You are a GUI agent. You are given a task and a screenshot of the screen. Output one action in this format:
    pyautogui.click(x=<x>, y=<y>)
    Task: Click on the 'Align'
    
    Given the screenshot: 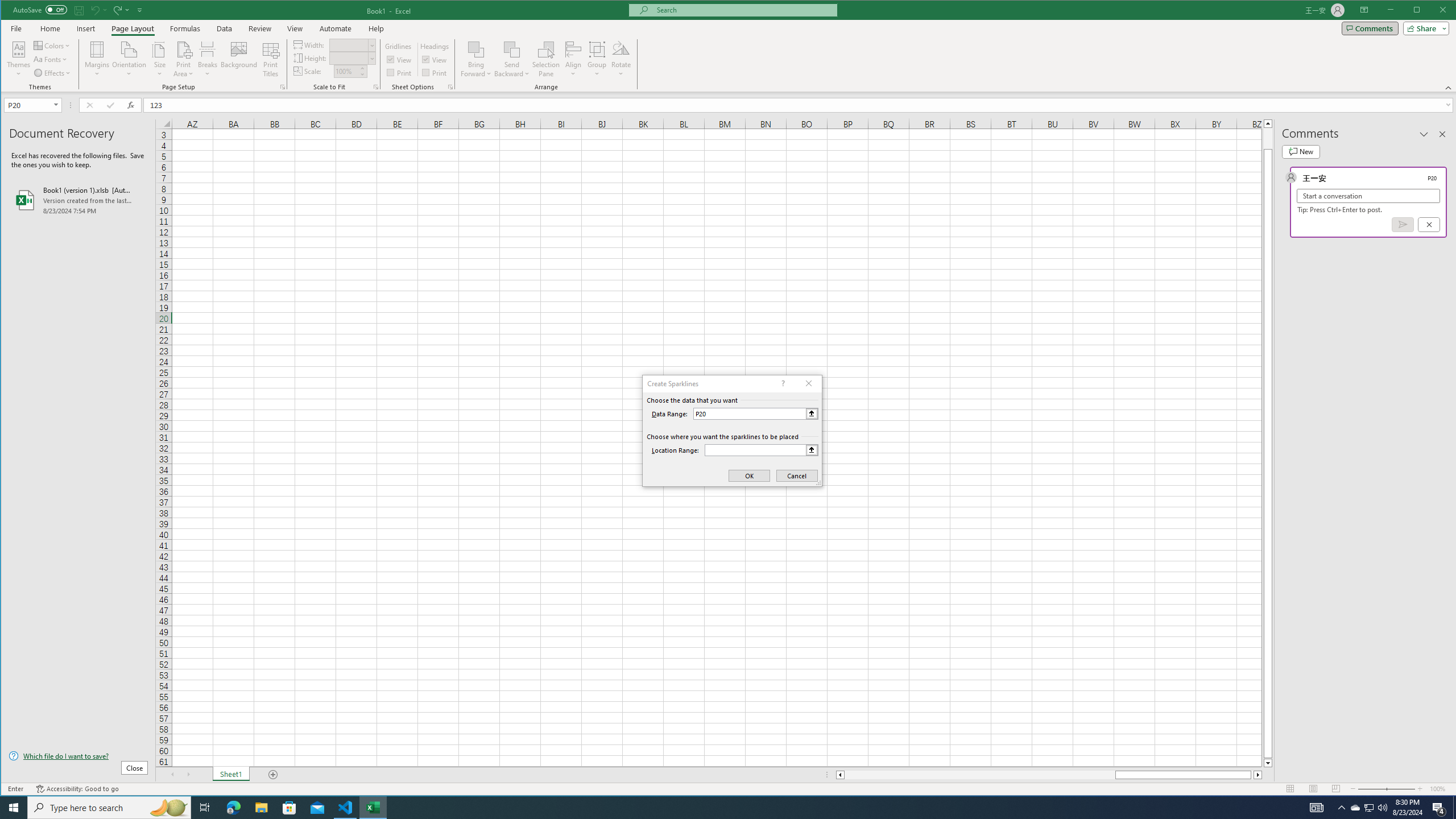 What is the action you would take?
    pyautogui.click(x=573, y=59)
    